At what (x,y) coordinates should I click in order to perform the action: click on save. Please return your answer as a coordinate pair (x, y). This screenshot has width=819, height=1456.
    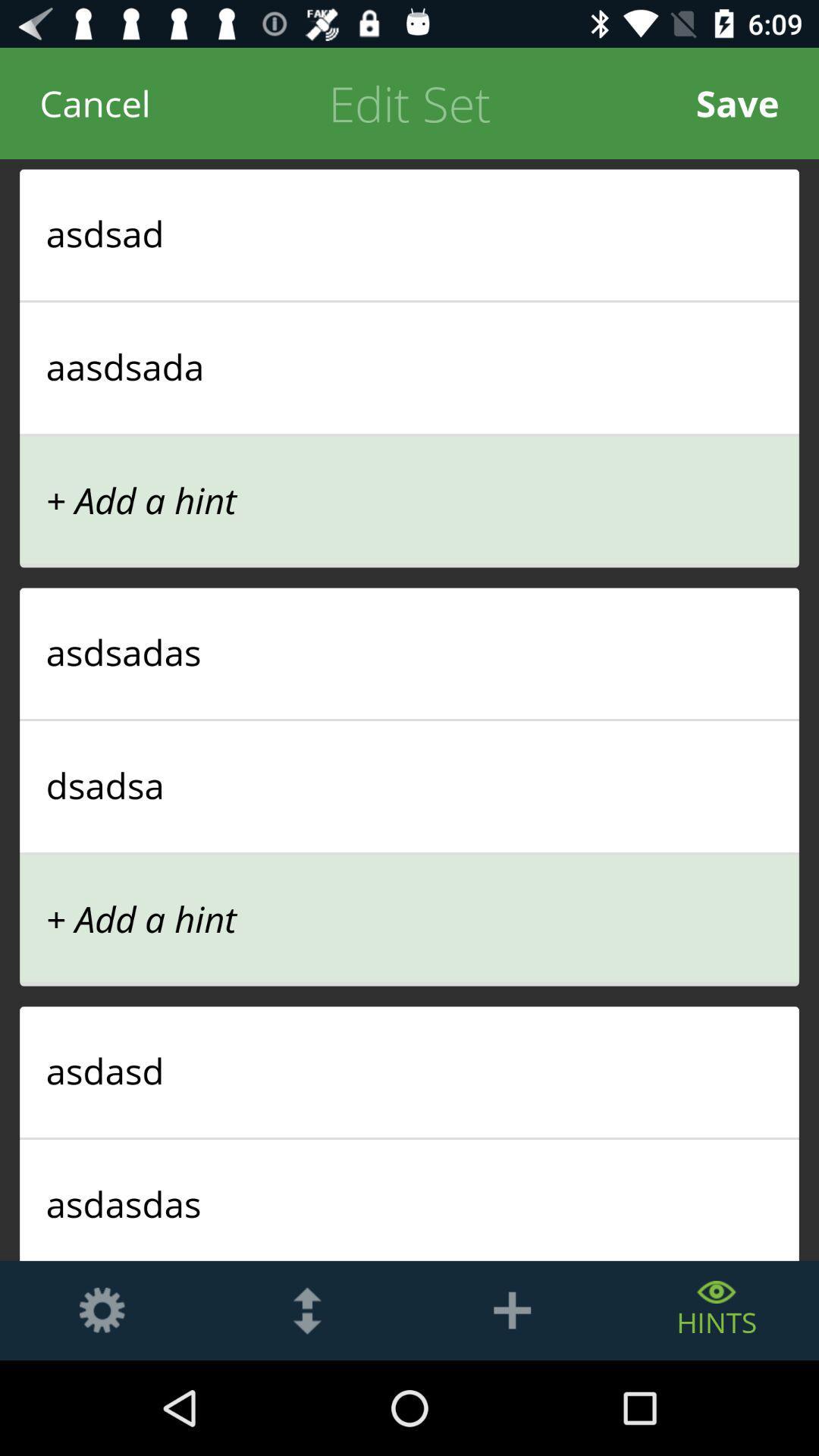
    Looking at the image, I should click on (736, 102).